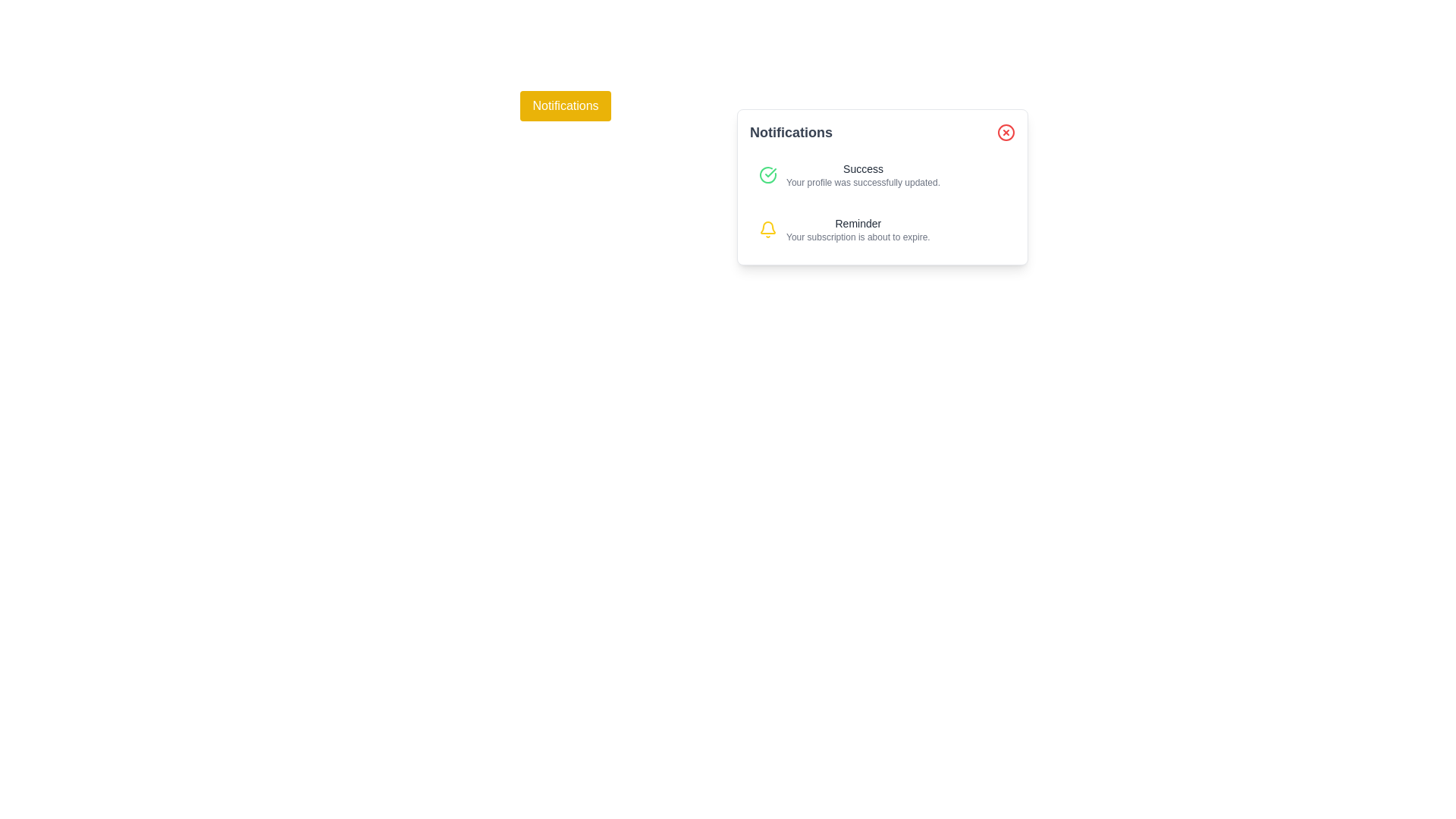 The height and width of the screenshot is (819, 1456). I want to click on the notification message indicating that the user's subscription is nearing expiration, so click(858, 230).